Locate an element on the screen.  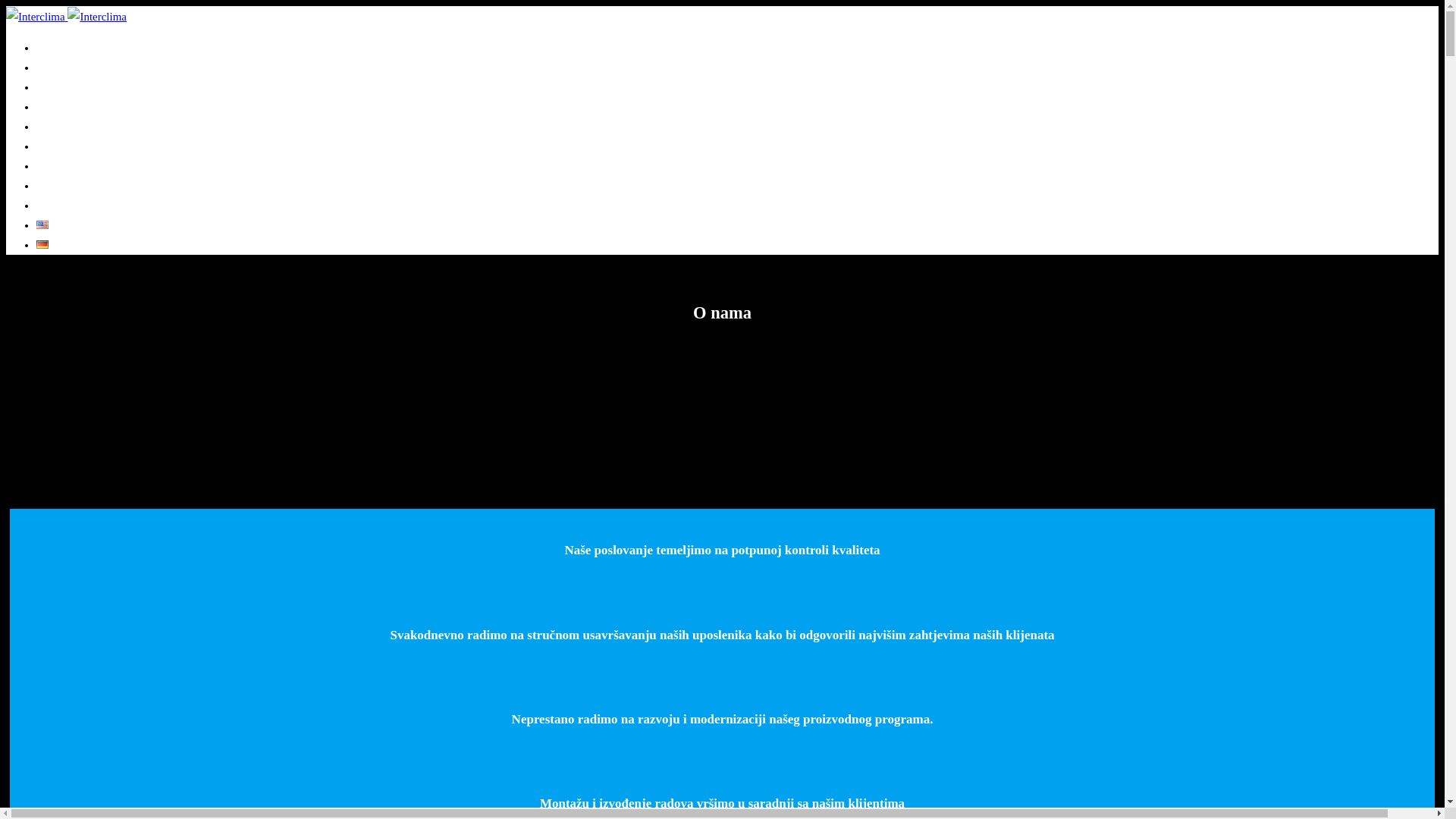
'Reference' is located at coordinates (61, 166).